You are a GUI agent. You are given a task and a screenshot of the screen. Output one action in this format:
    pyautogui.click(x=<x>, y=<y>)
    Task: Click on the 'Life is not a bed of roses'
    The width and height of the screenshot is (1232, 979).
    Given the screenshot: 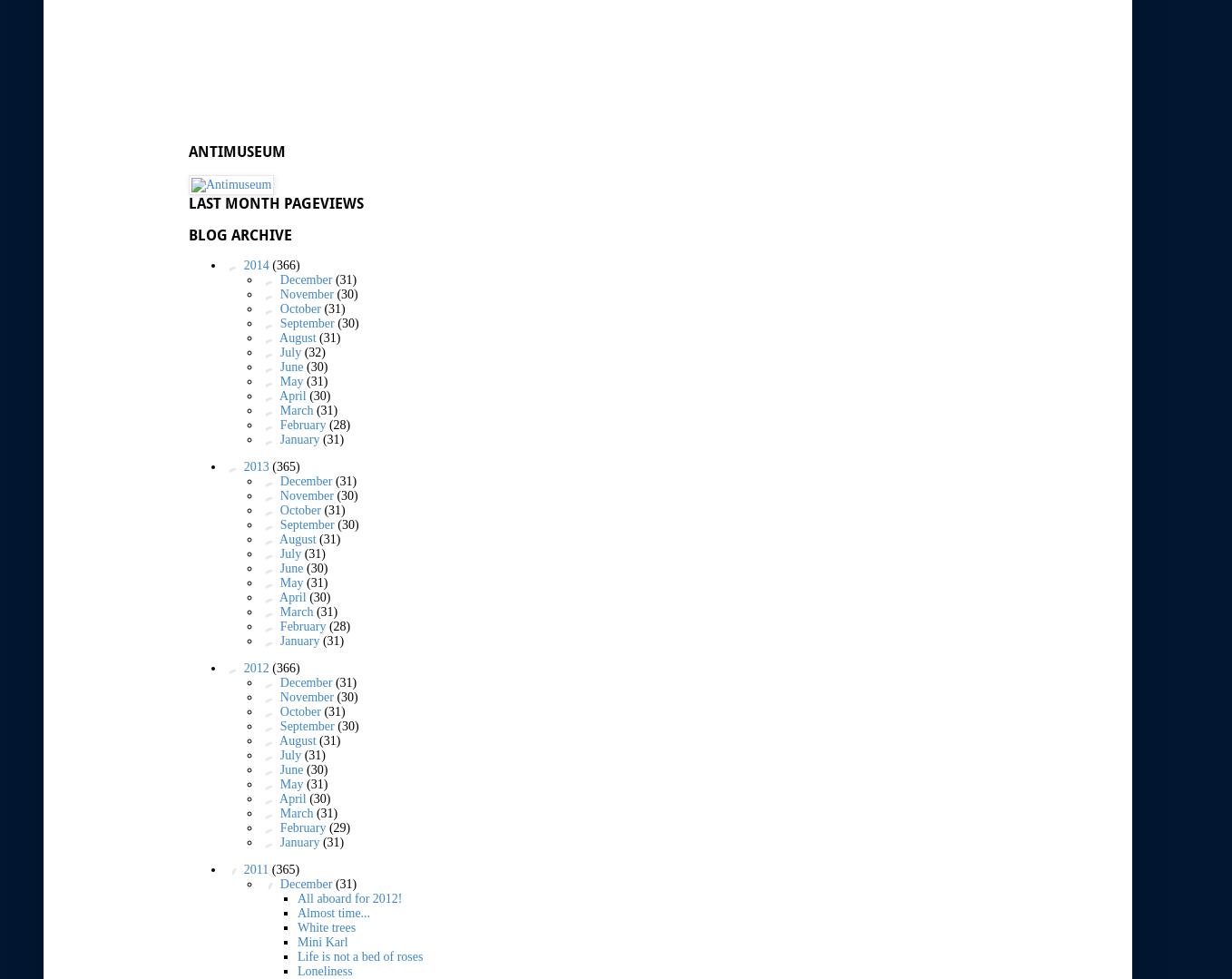 What is the action you would take?
    pyautogui.click(x=296, y=955)
    